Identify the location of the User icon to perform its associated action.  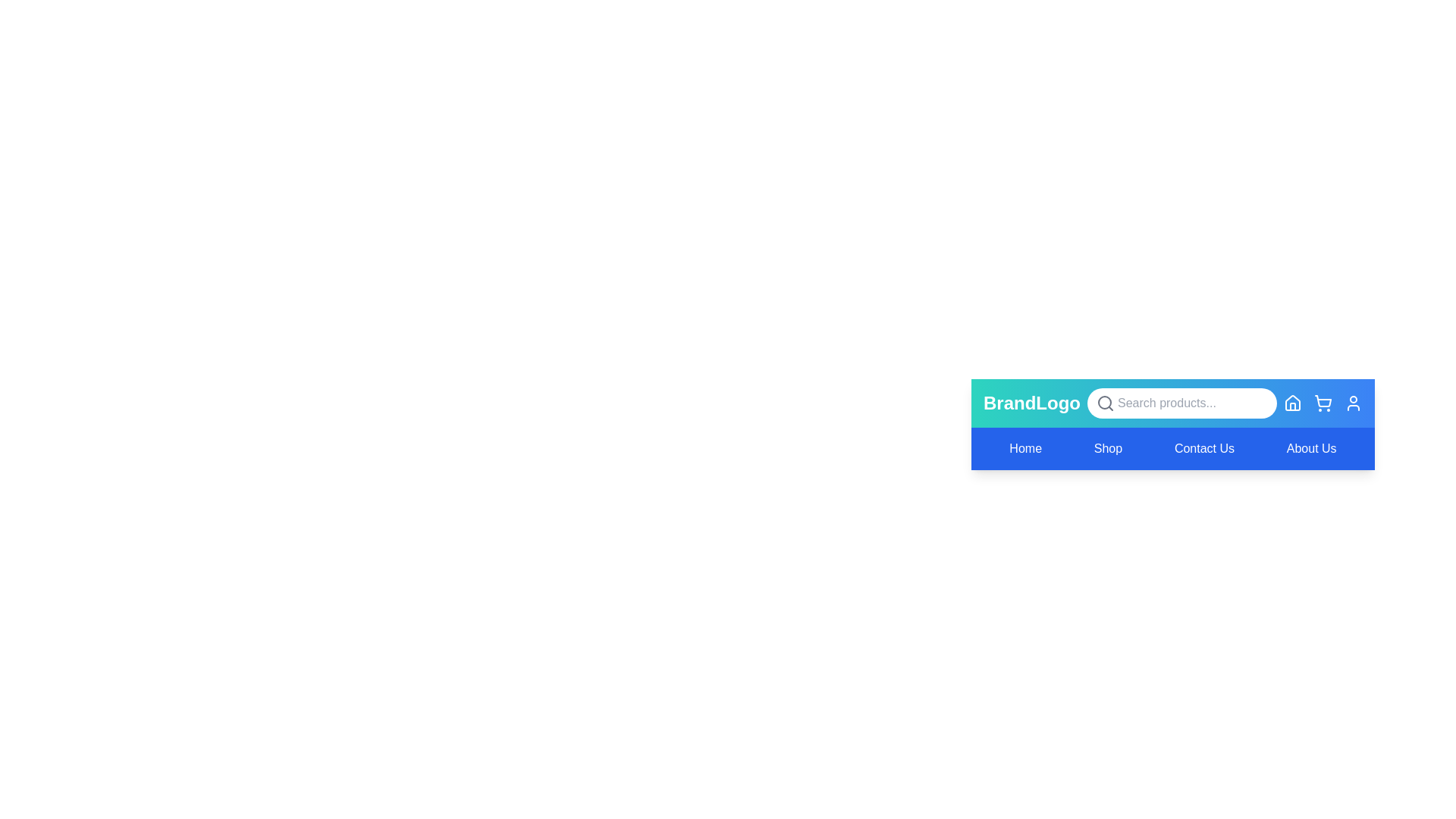
(1354, 403).